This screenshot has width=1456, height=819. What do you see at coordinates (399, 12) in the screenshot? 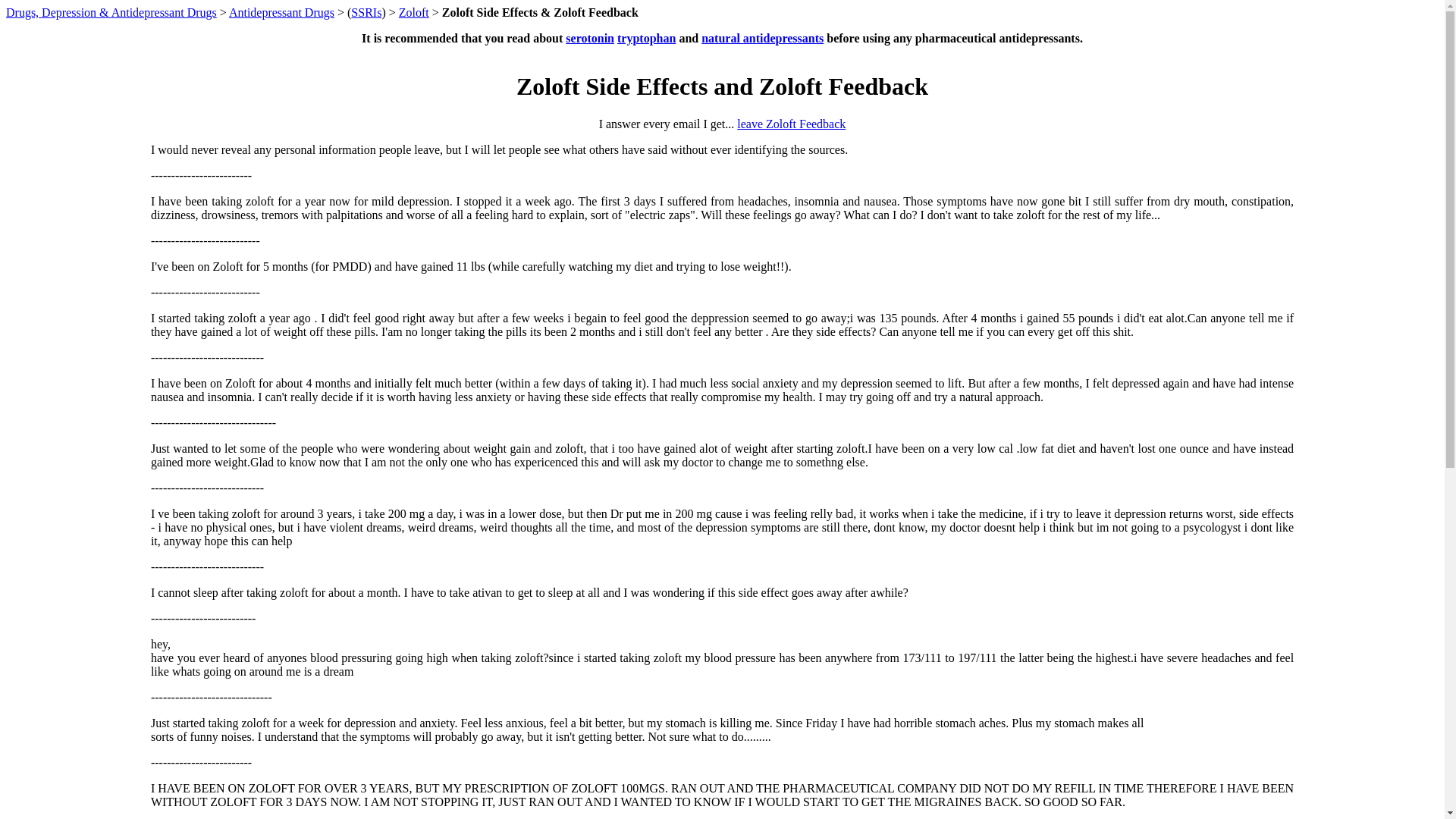
I see `'Zoloft'` at bounding box center [399, 12].